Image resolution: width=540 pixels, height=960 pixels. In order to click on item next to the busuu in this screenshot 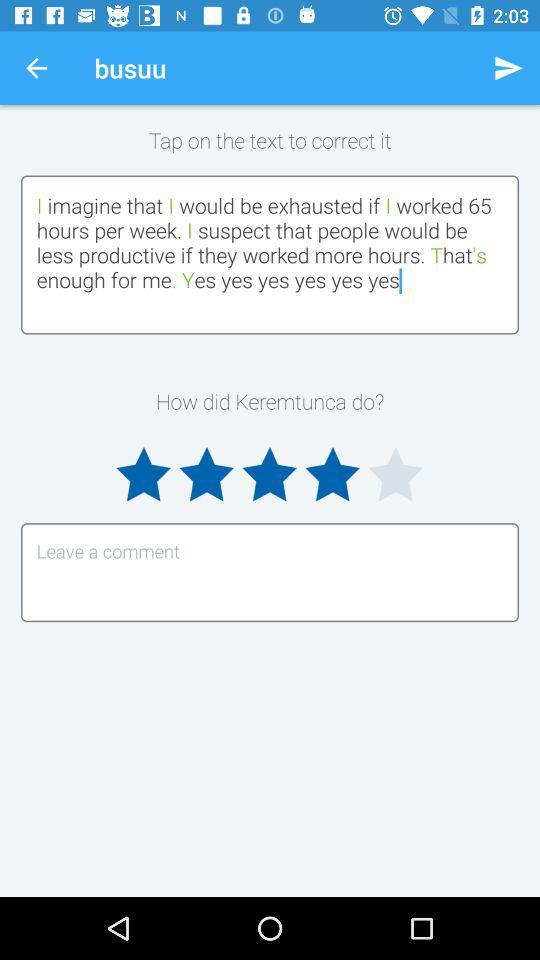, I will do `click(508, 68)`.